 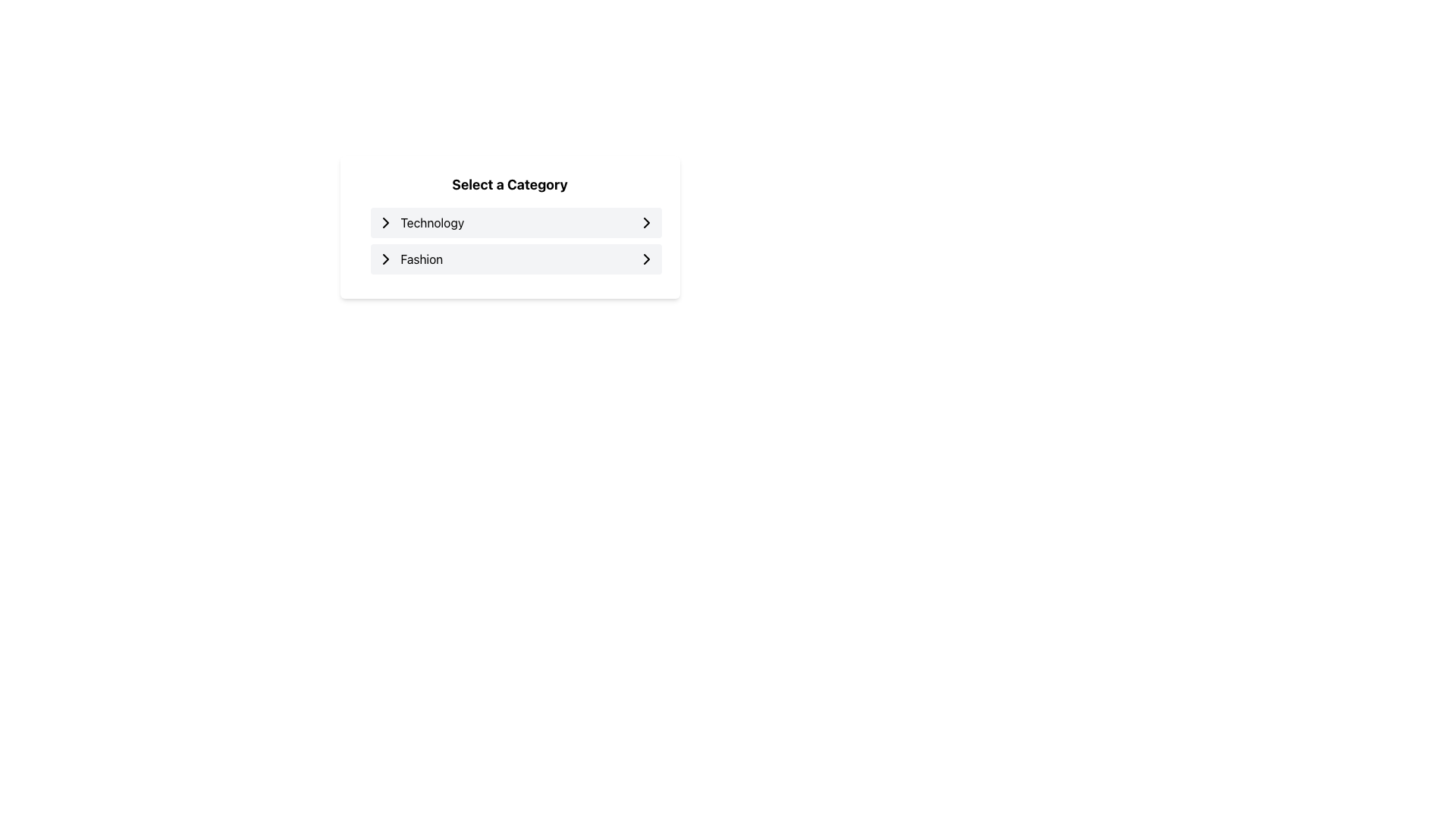 What do you see at coordinates (646, 259) in the screenshot?
I see `the right-facing chevron icon in the 'Fashion' category` at bounding box center [646, 259].